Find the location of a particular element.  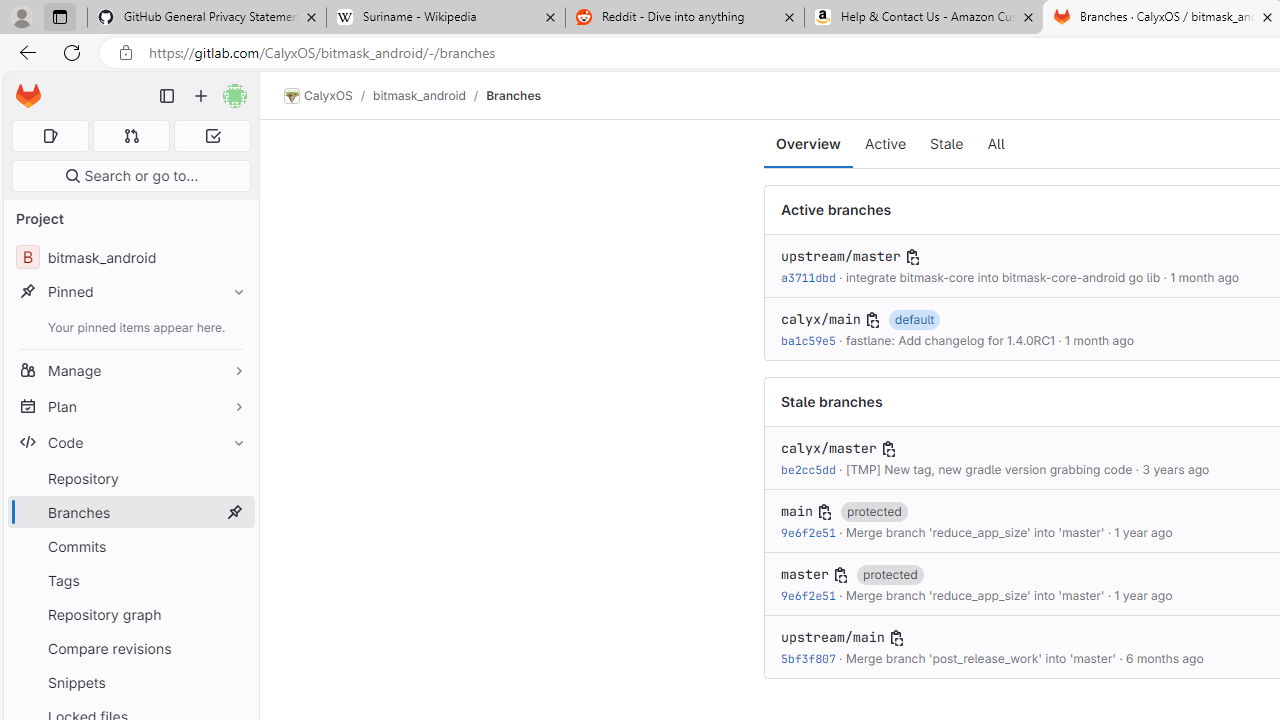

'Pin Repository' is located at coordinates (234, 478).